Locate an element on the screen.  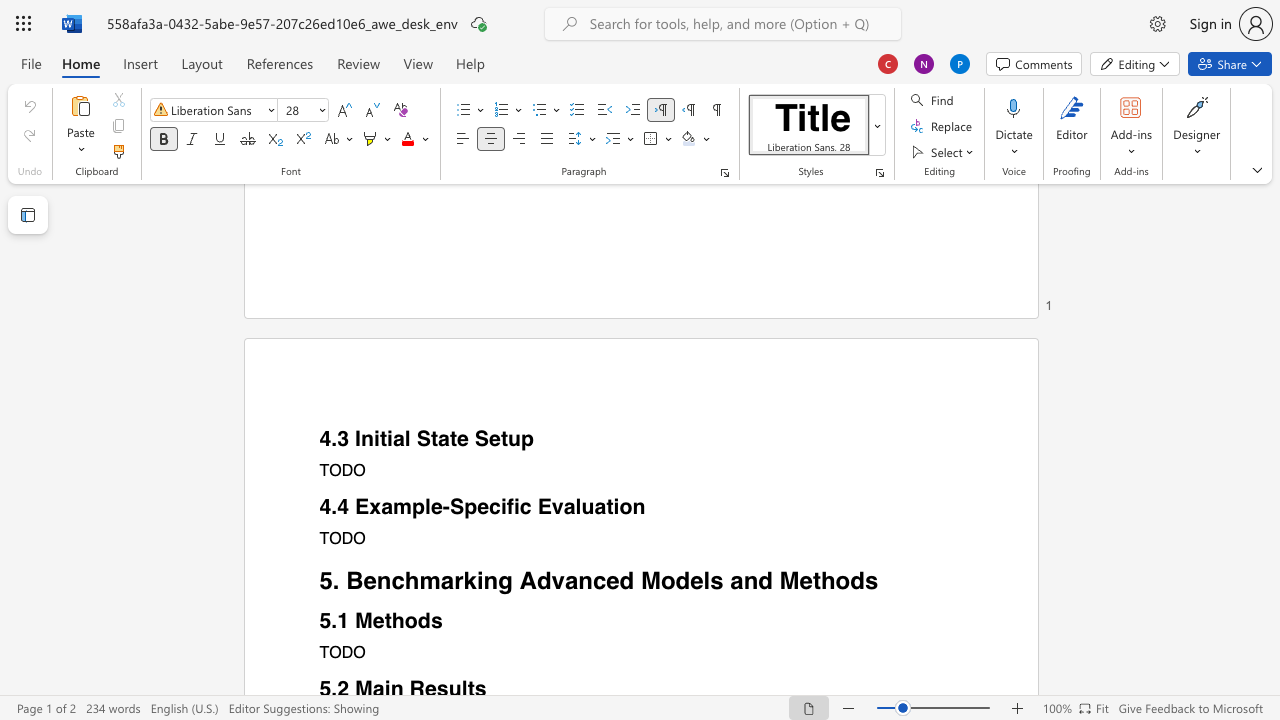
the subset text "l S" within the text "4.3 Initial State Setup" is located at coordinates (403, 438).